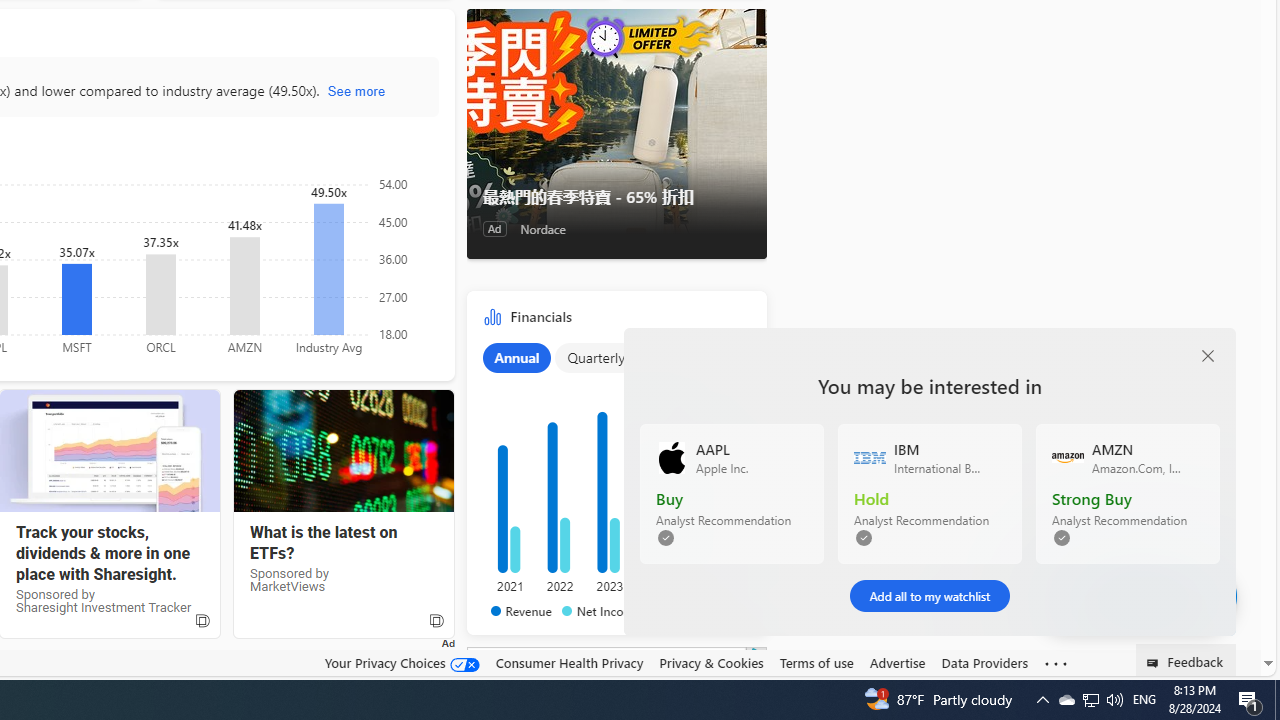 Image resolution: width=1280 pixels, height=720 pixels. Describe the element at coordinates (896, 663) in the screenshot. I see `'Advertise'` at that location.